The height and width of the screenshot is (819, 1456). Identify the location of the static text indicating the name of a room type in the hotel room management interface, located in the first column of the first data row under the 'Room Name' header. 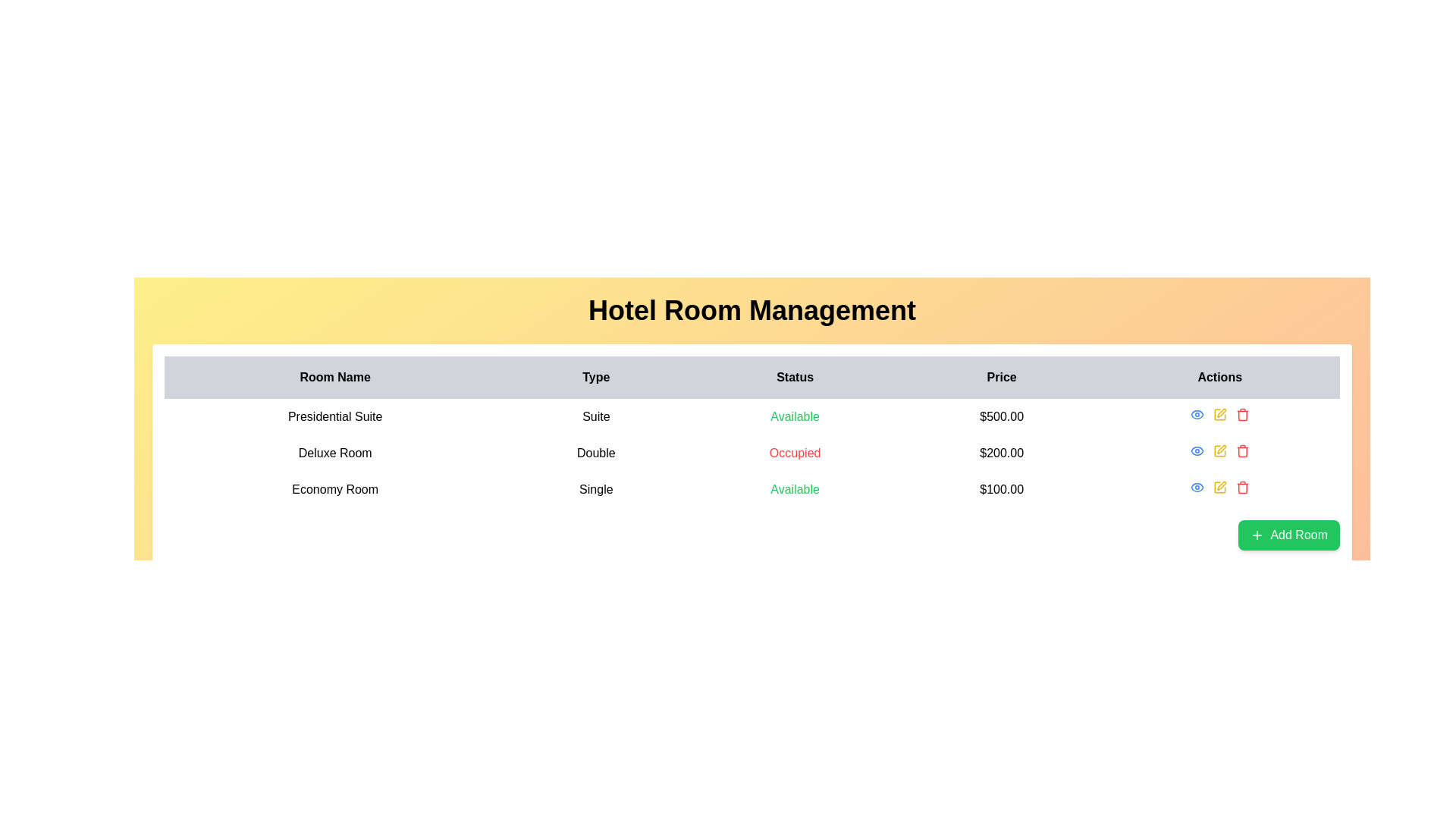
(334, 417).